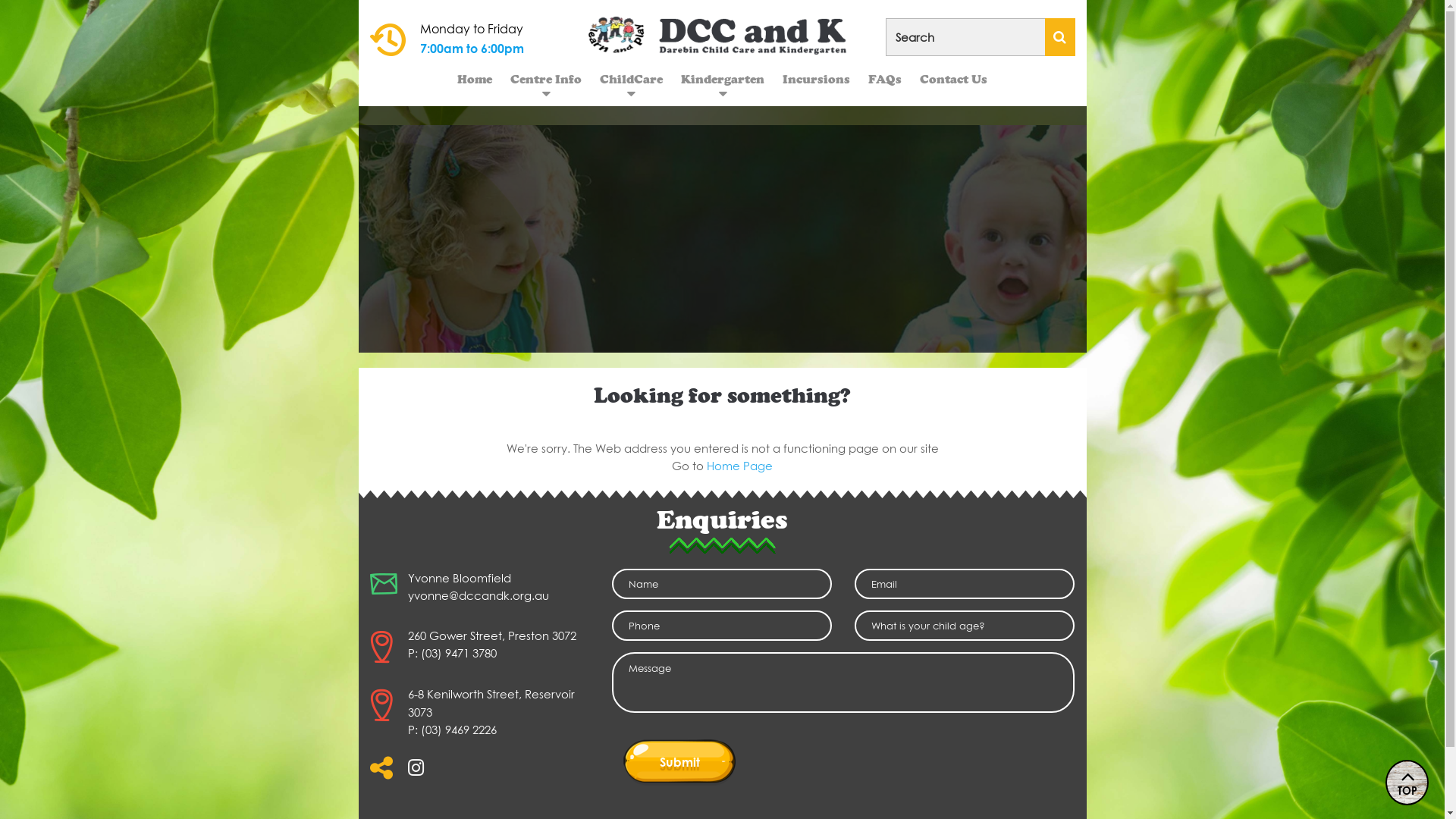  I want to click on 'Instagram', so click(407, 772).